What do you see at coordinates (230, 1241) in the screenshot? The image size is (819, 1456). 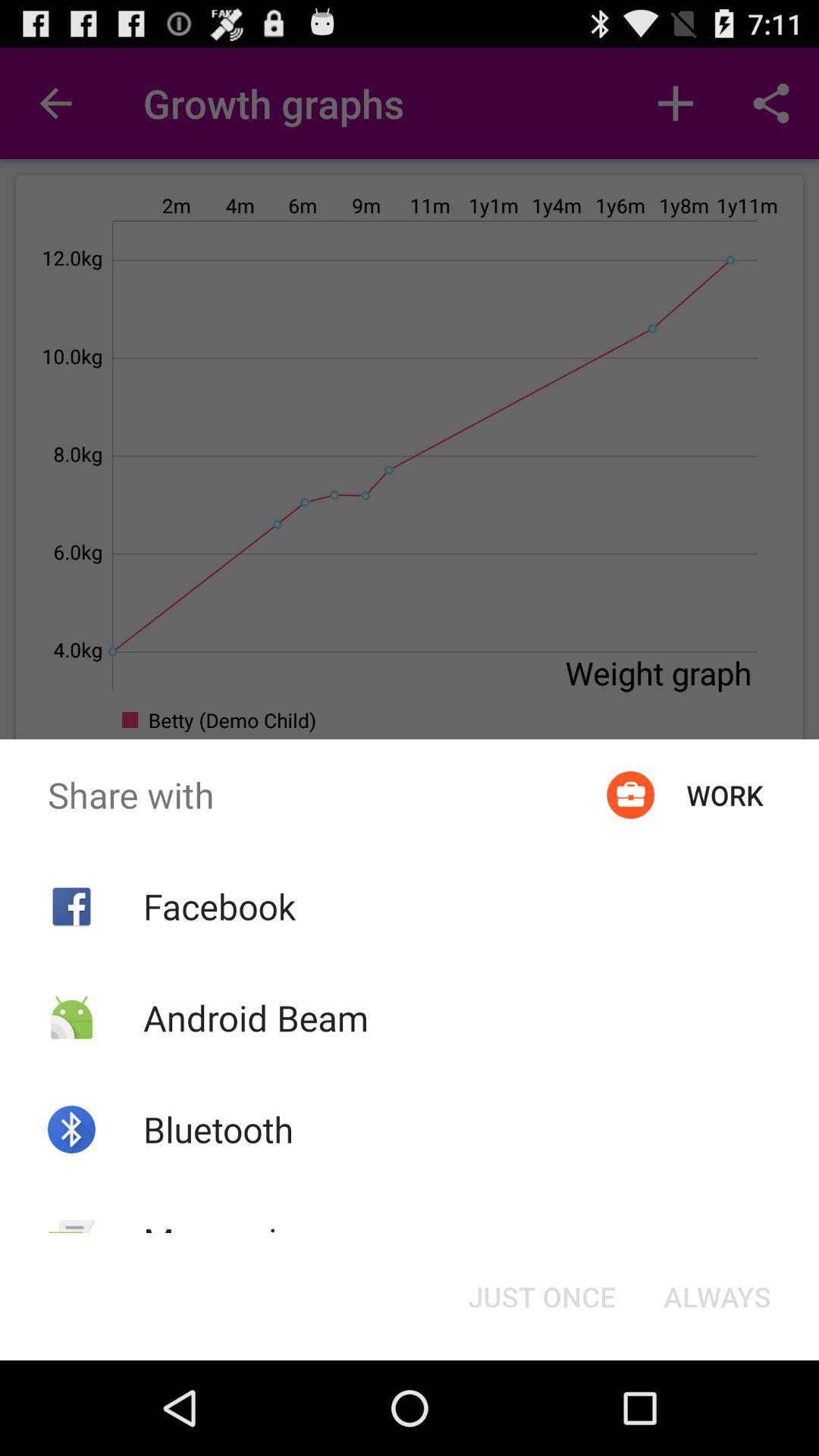 I see `icon below the bluetooth app` at bounding box center [230, 1241].